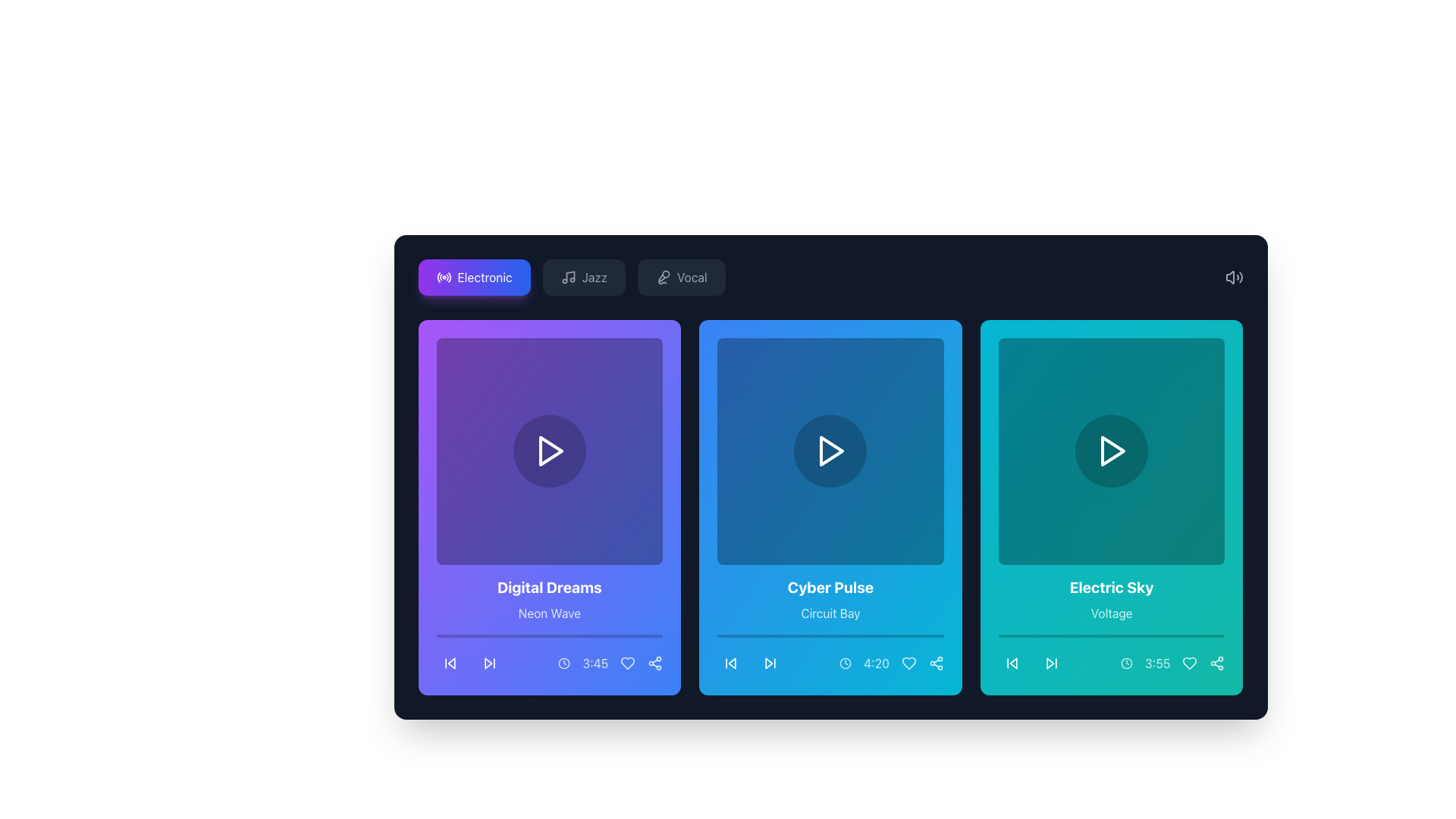 This screenshot has height=819, width=1456. I want to click on the 'jazz' button, which is a dark rounded button with a music note icon, located, so click(583, 278).